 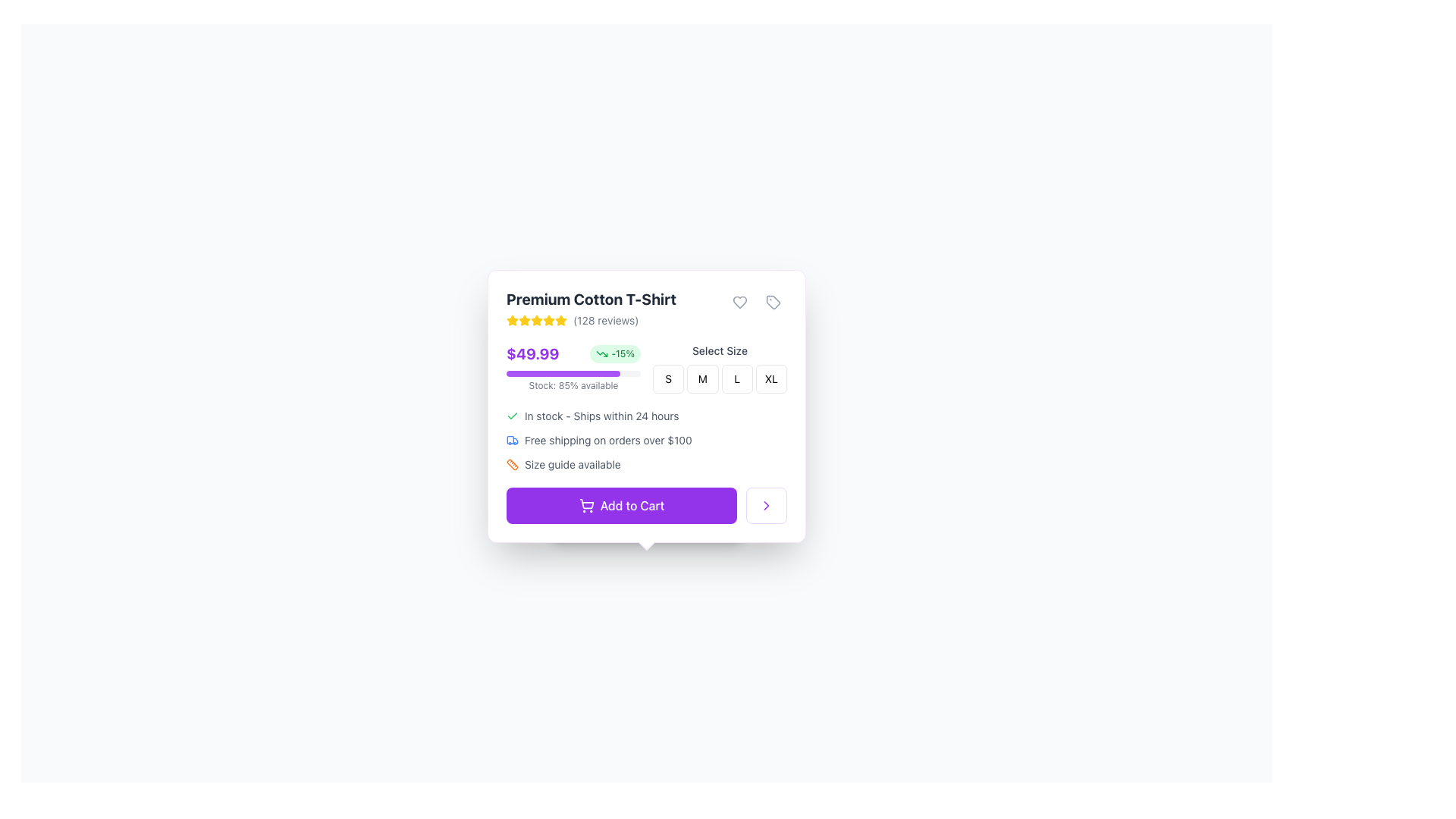 What do you see at coordinates (623, 353) in the screenshot?
I see `the text label indicating the discount or percentage reduction, which is located adjacent to the price display and slightly to the right of a trending-down icon` at bounding box center [623, 353].